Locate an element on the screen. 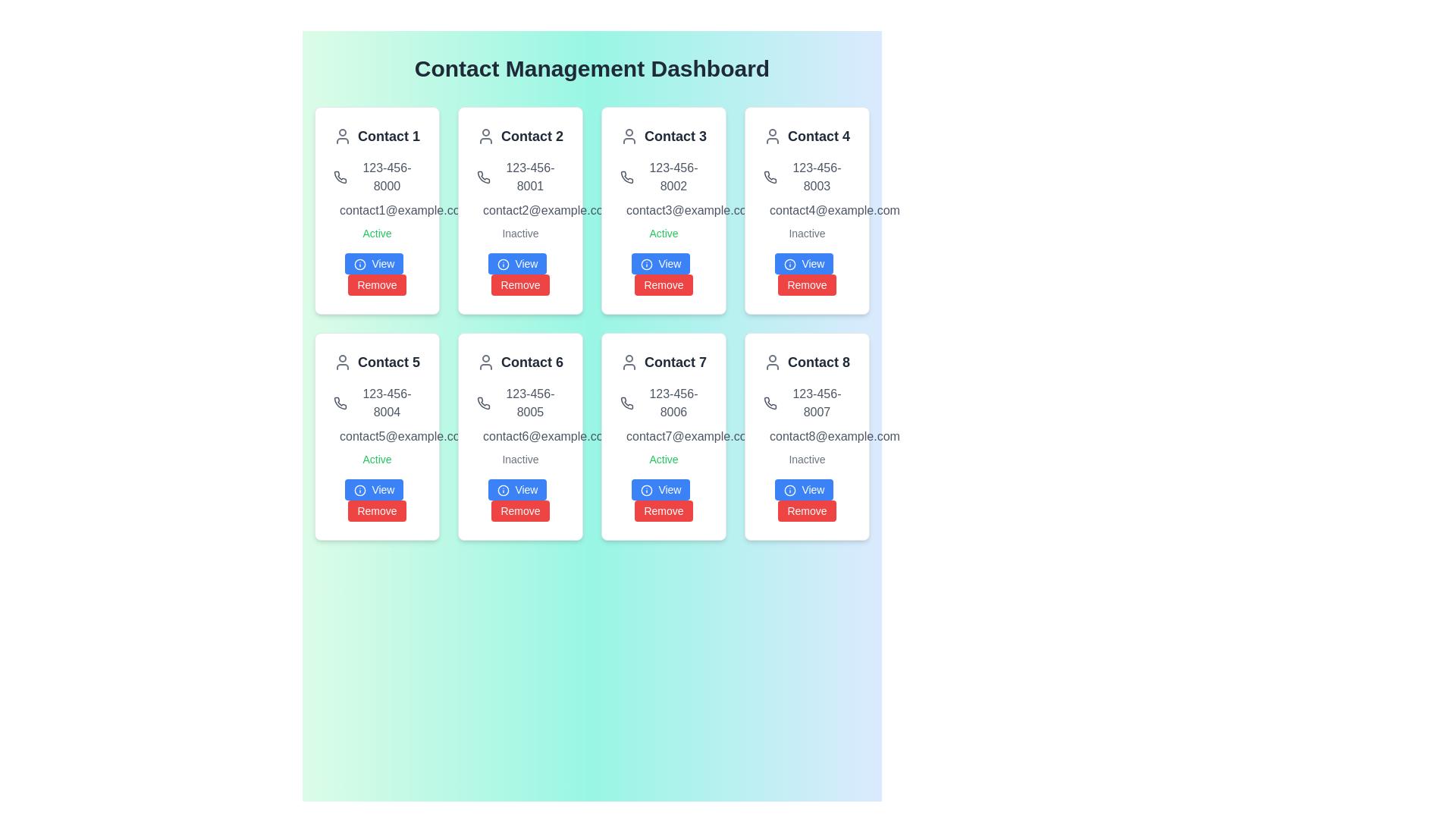 Image resolution: width=1456 pixels, height=819 pixels. the gray user icon, which appears as a circular head with shoulders, located in the top left corner of the 'Contact 8' card in the contact grid layout is located at coordinates (772, 362).